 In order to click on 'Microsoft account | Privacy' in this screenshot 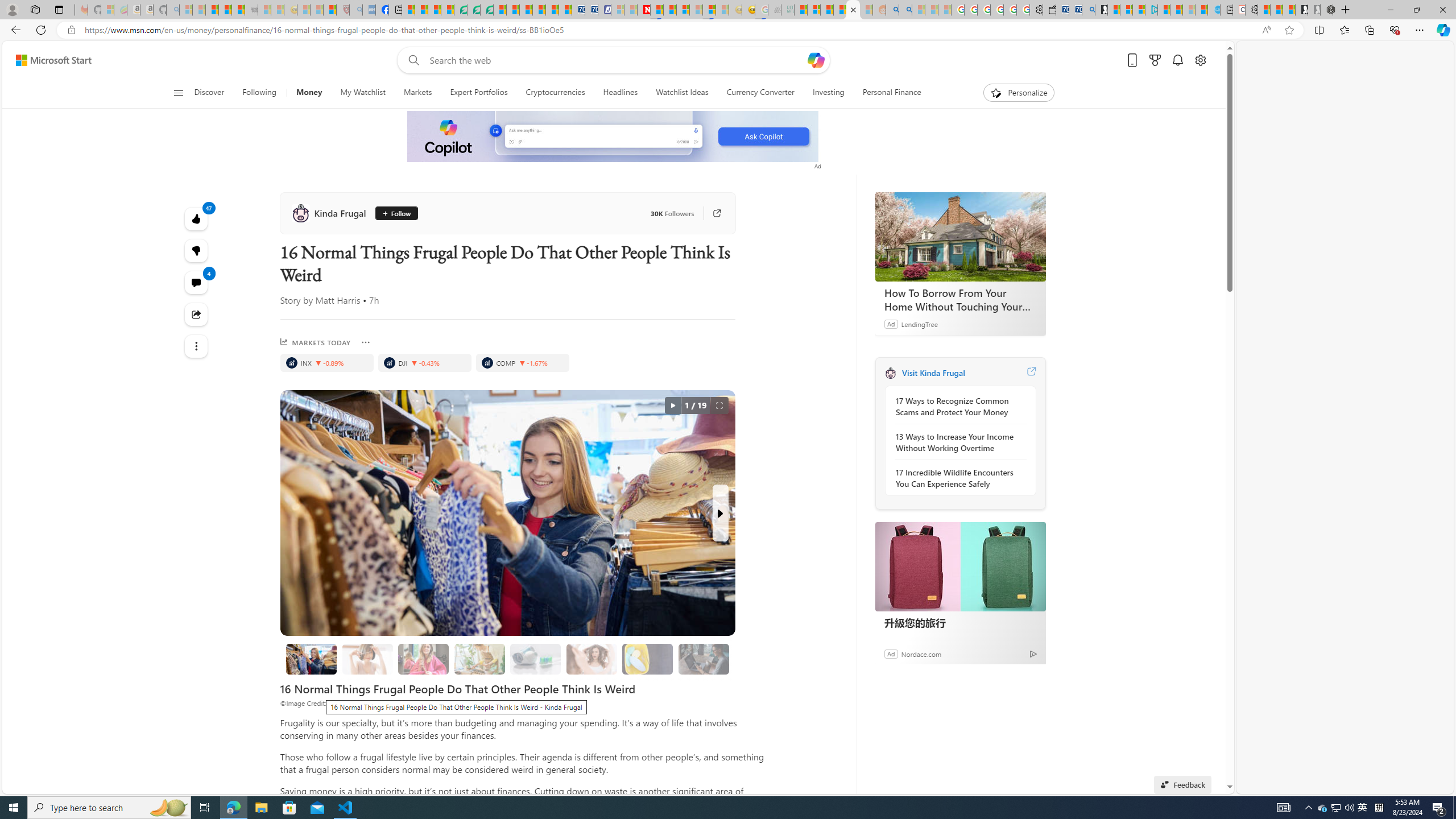, I will do `click(1139, 9)`.